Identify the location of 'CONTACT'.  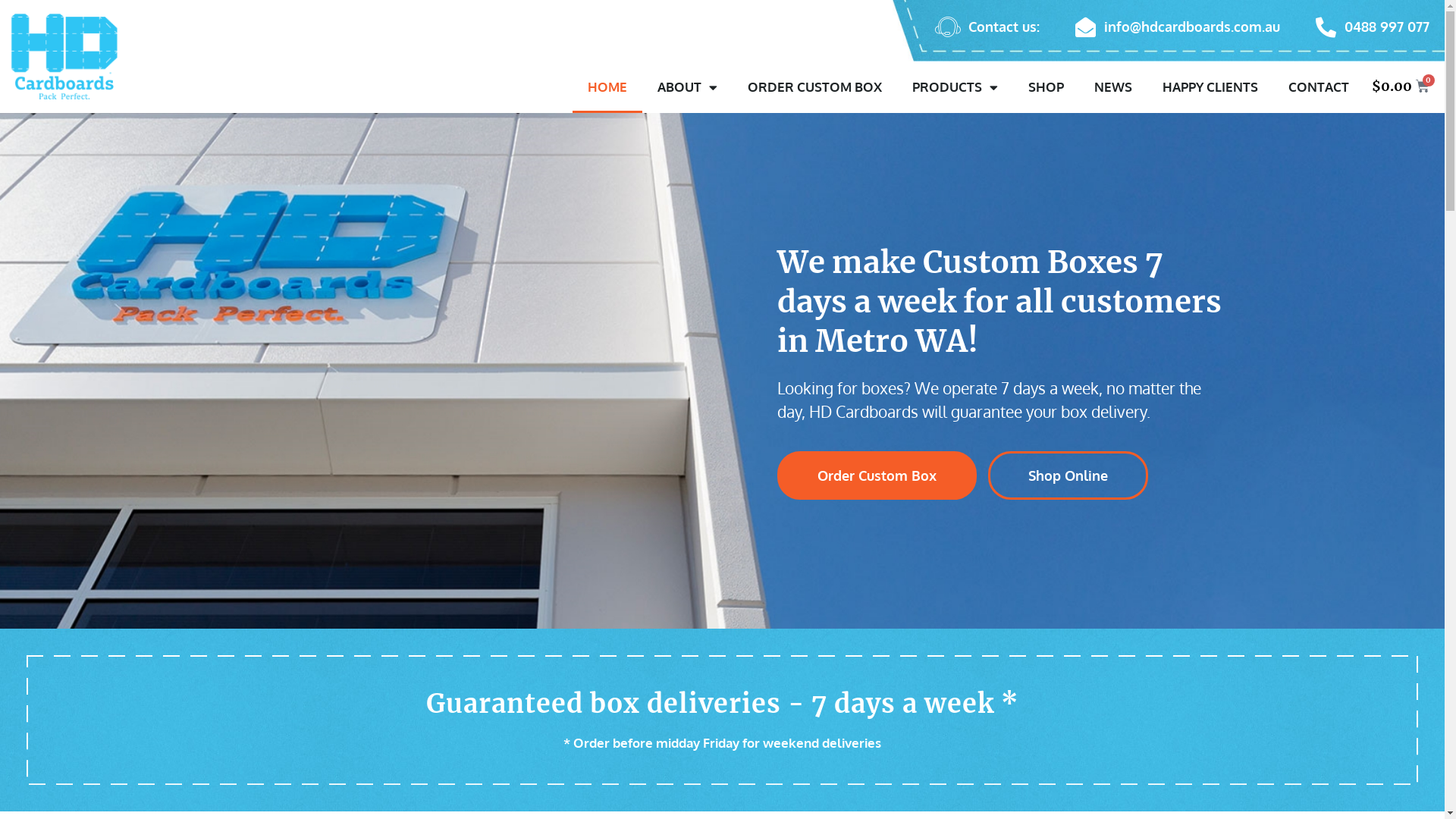
(1317, 87).